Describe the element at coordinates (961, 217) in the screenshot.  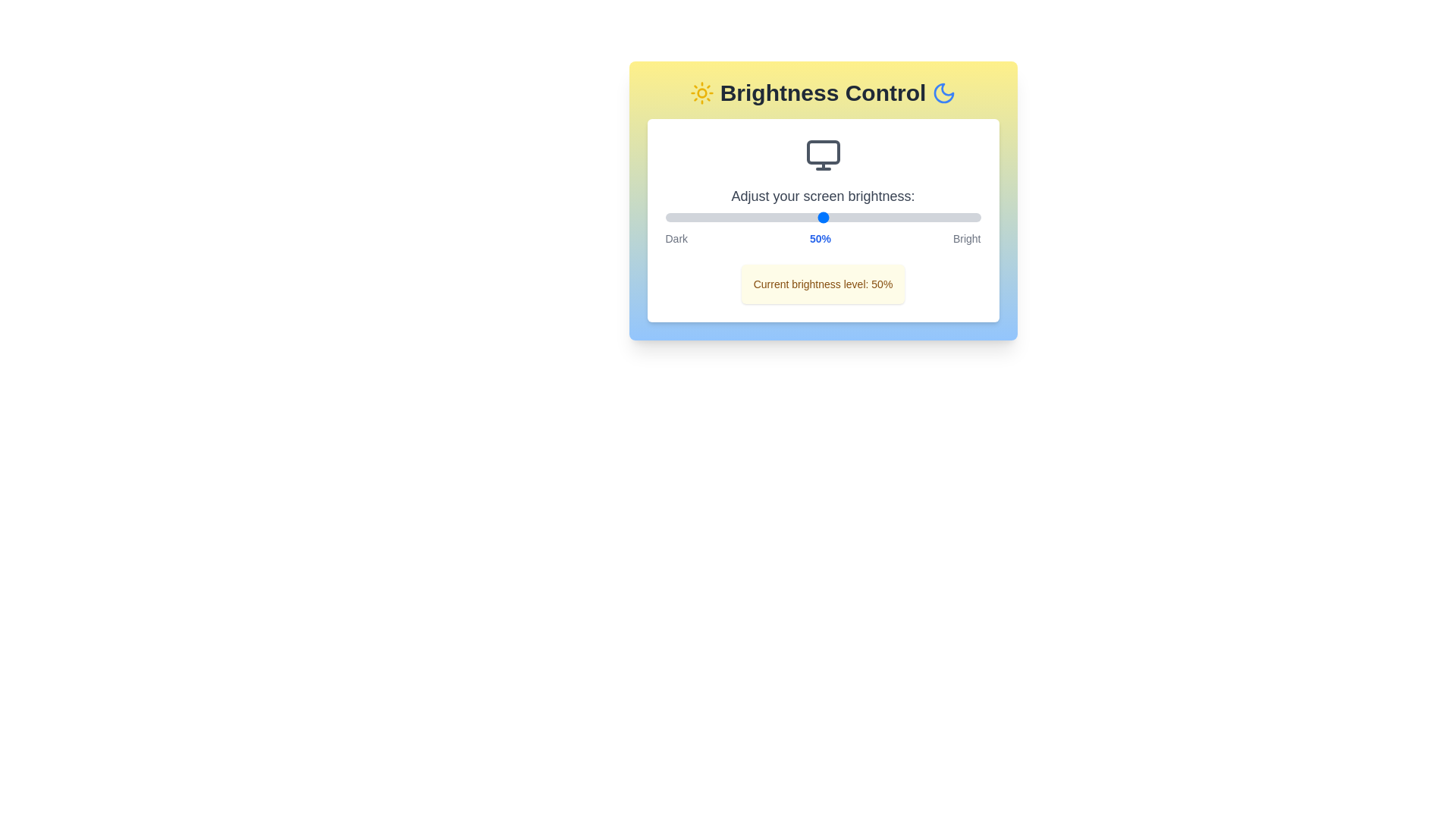
I see `the brightness to 94% by interacting with the slider` at that location.